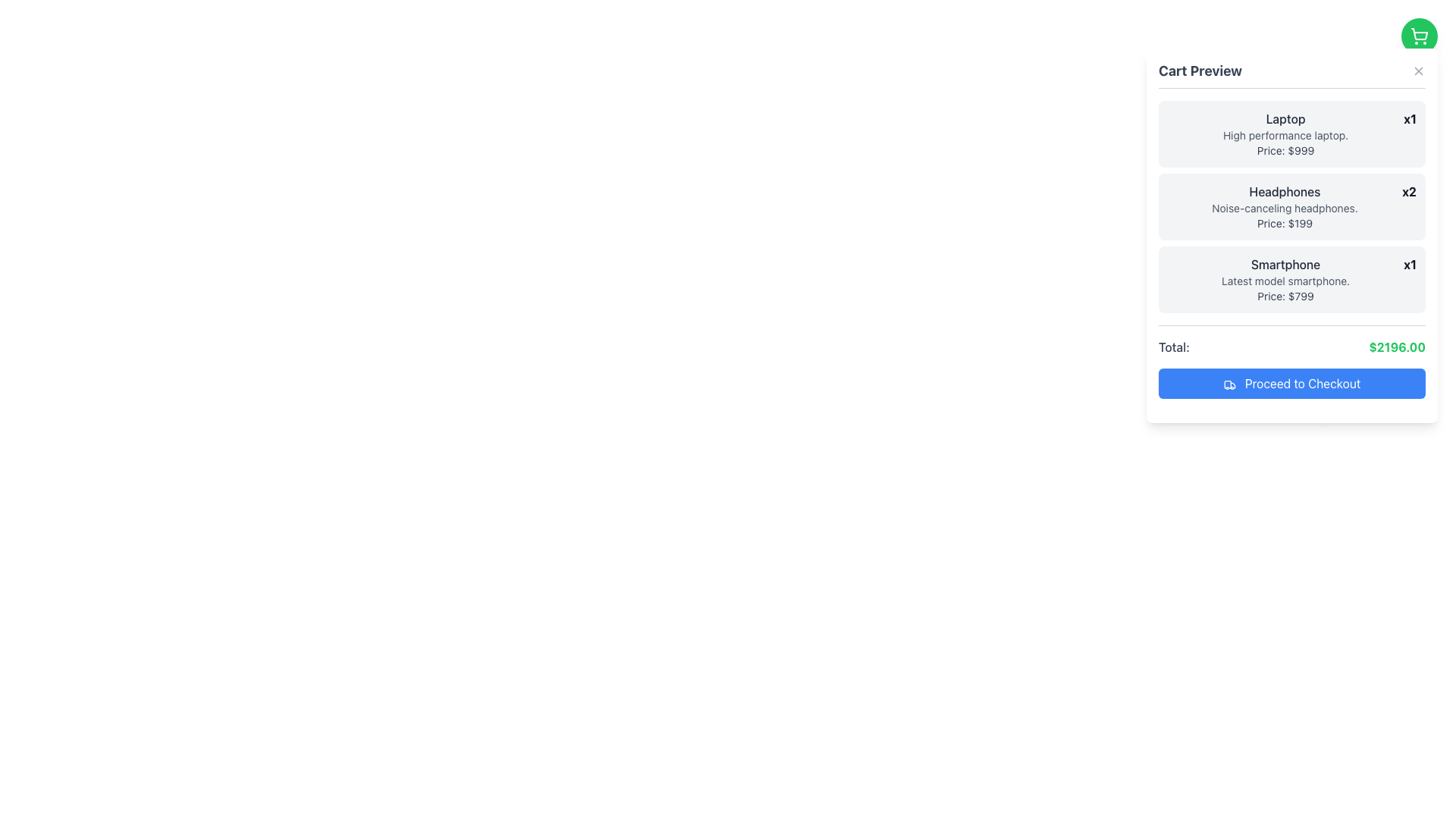 The height and width of the screenshot is (819, 1456). Describe the element at coordinates (1285, 280) in the screenshot. I see `text from the informational block describing the third item in the cart, which includes the name, description, and individual price` at that location.